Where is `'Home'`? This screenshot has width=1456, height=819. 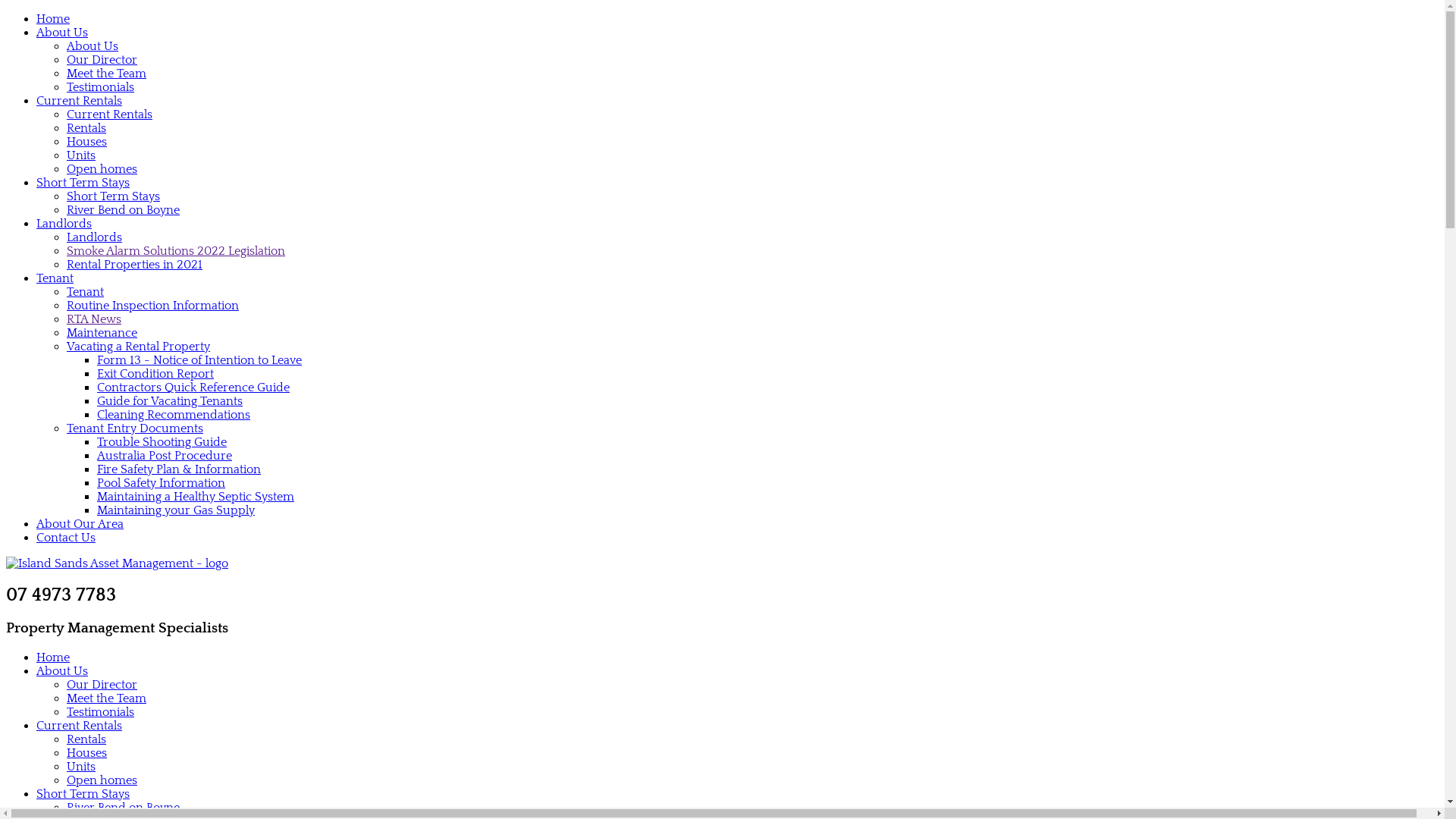 'Home' is located at coordinates (53, 657).